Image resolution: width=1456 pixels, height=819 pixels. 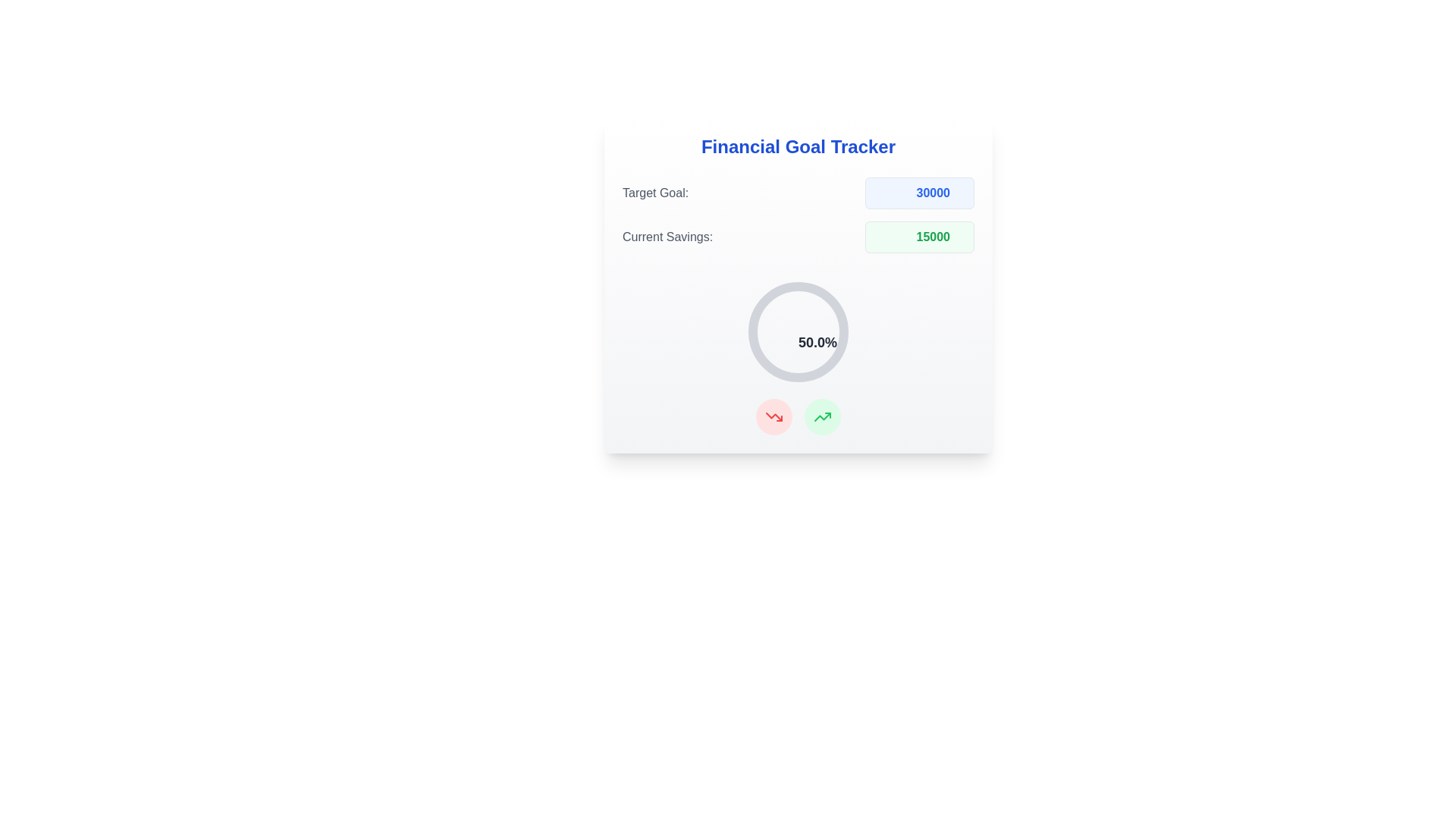 I want to click on the Circular SVG that outlines the boundary of a graphic component, located below the 'Target Goal' and 'Current Savings' text fields, so click(x=797, y=331).